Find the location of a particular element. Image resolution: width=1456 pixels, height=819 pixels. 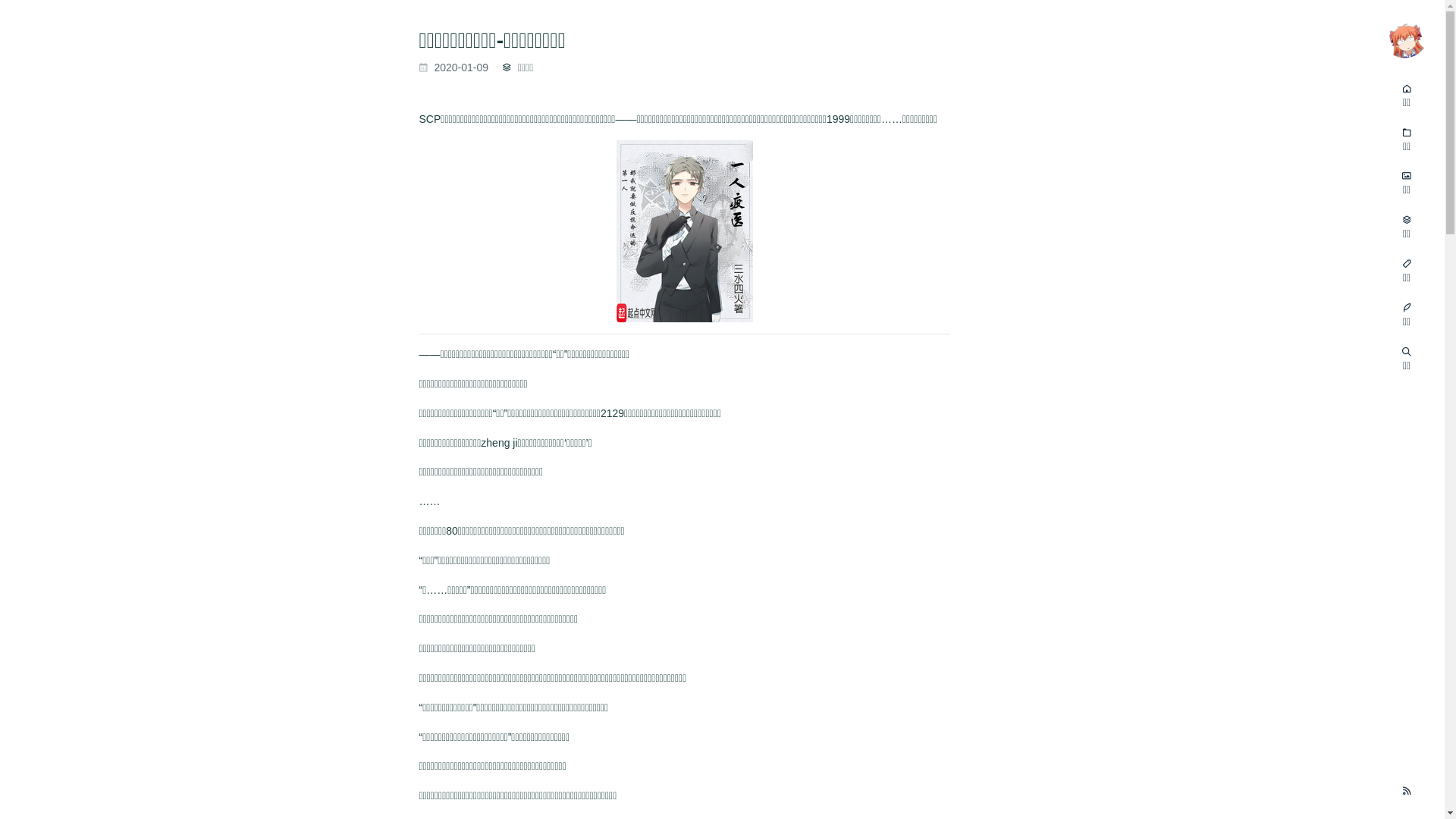

'RSS Feed' is located at coordinates (1368, 791).